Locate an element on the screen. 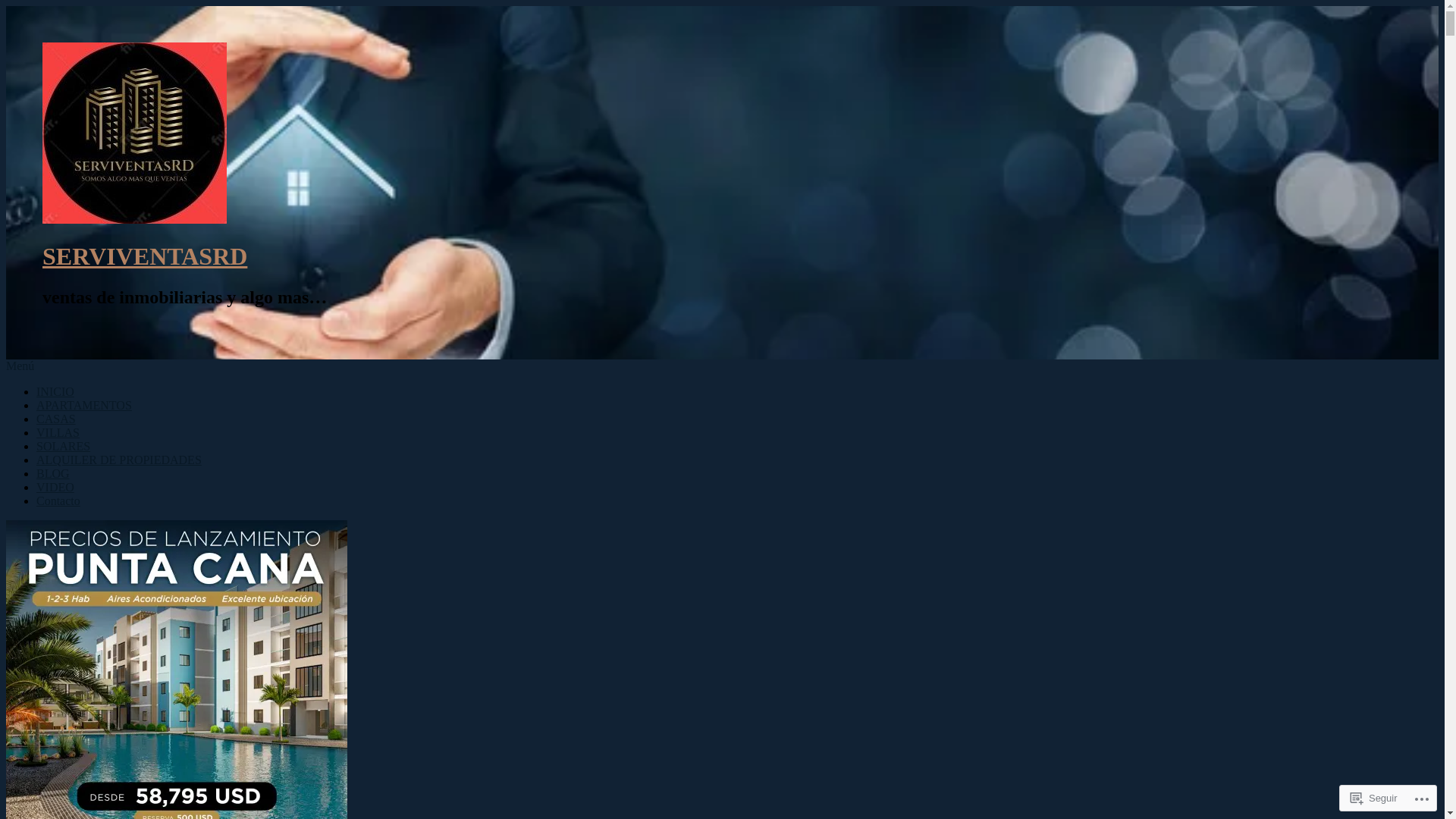 The width and height of the screenshot is (1456, 819). 'INICIO' is located at coordinates (55, 391).